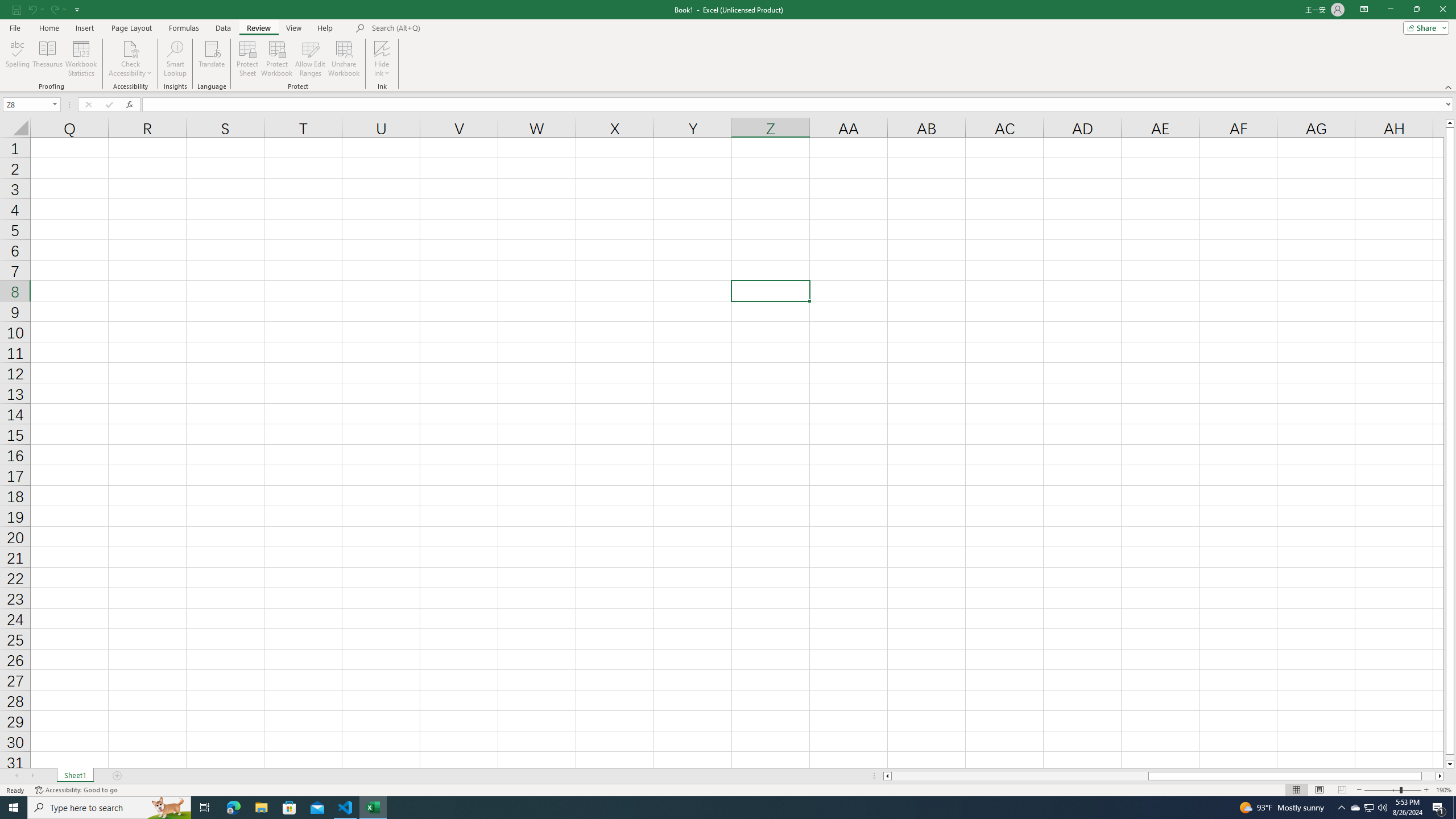 The width and height of the screenshot is (1456, 819). I want to click on 'Review', so click(258, 28).